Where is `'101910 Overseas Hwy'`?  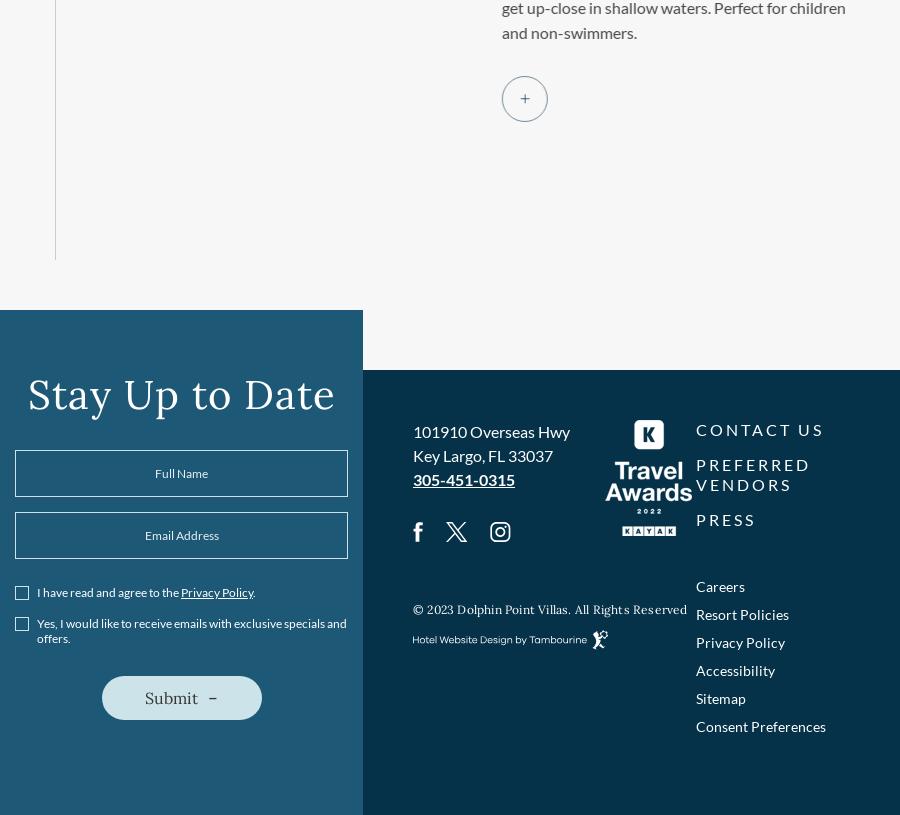
'101910 Overseas Hwy' is located at coordinates (490, 431).